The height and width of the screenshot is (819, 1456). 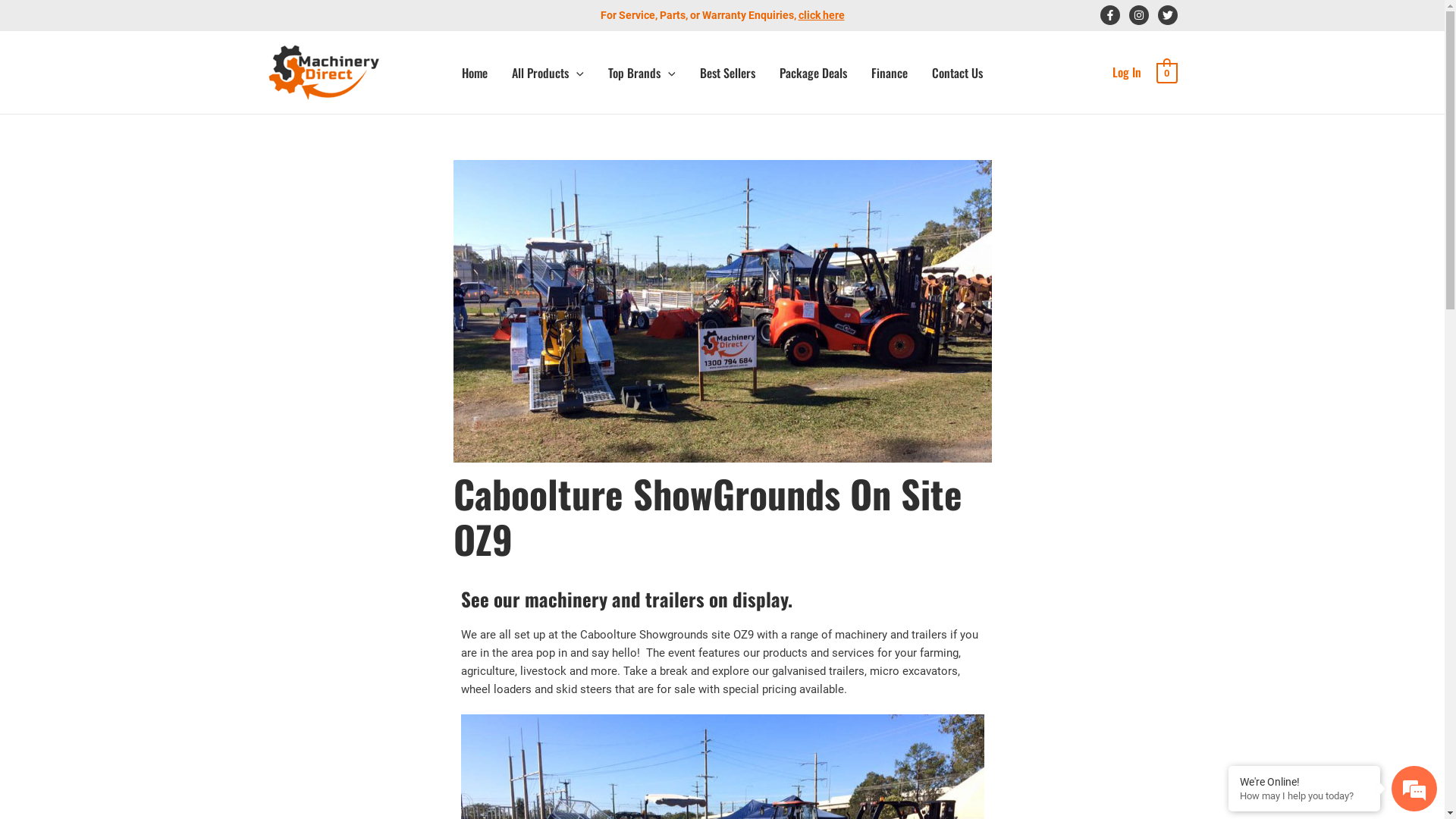 I want to click on 'For Service, Parts, or Warranty Enquiries, click here', so click(x=722, y=14).